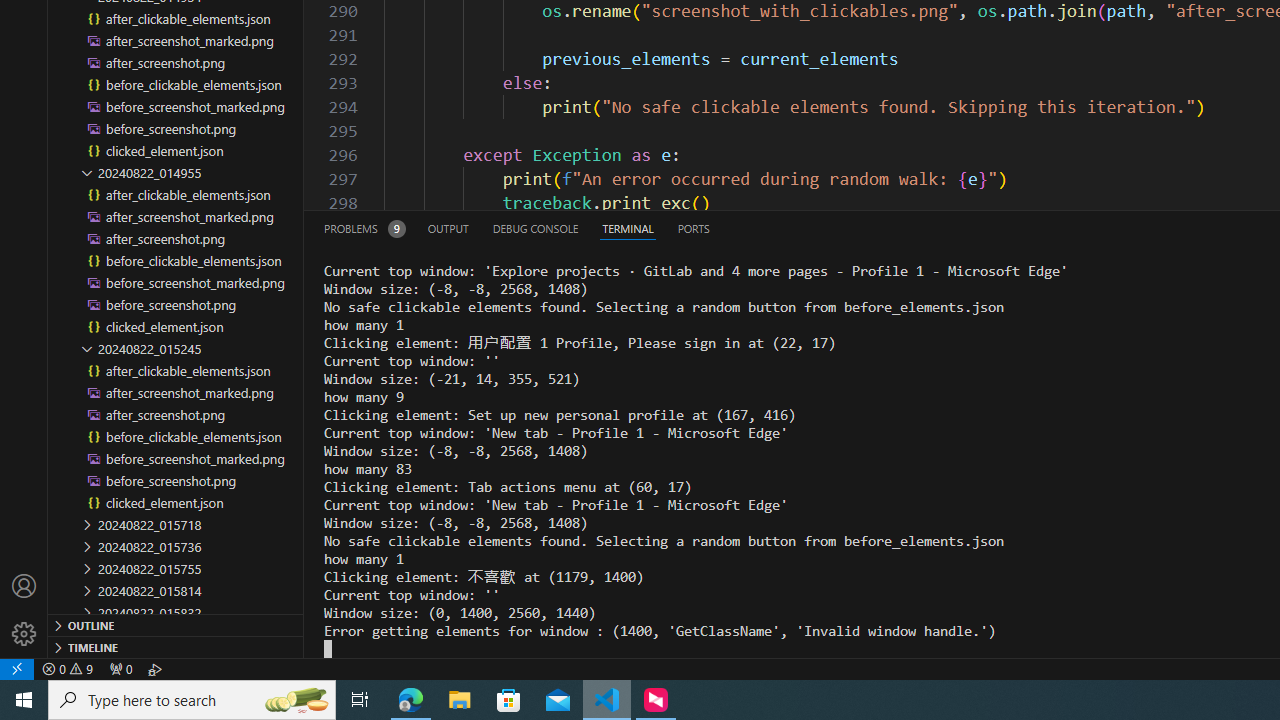 This screenshot has height=720, width=1280. What do you see at coordinates (626, 227) in the screenshot?
I see `'Terminal (Ctrl+`)'` at bounding box center [626, 227].